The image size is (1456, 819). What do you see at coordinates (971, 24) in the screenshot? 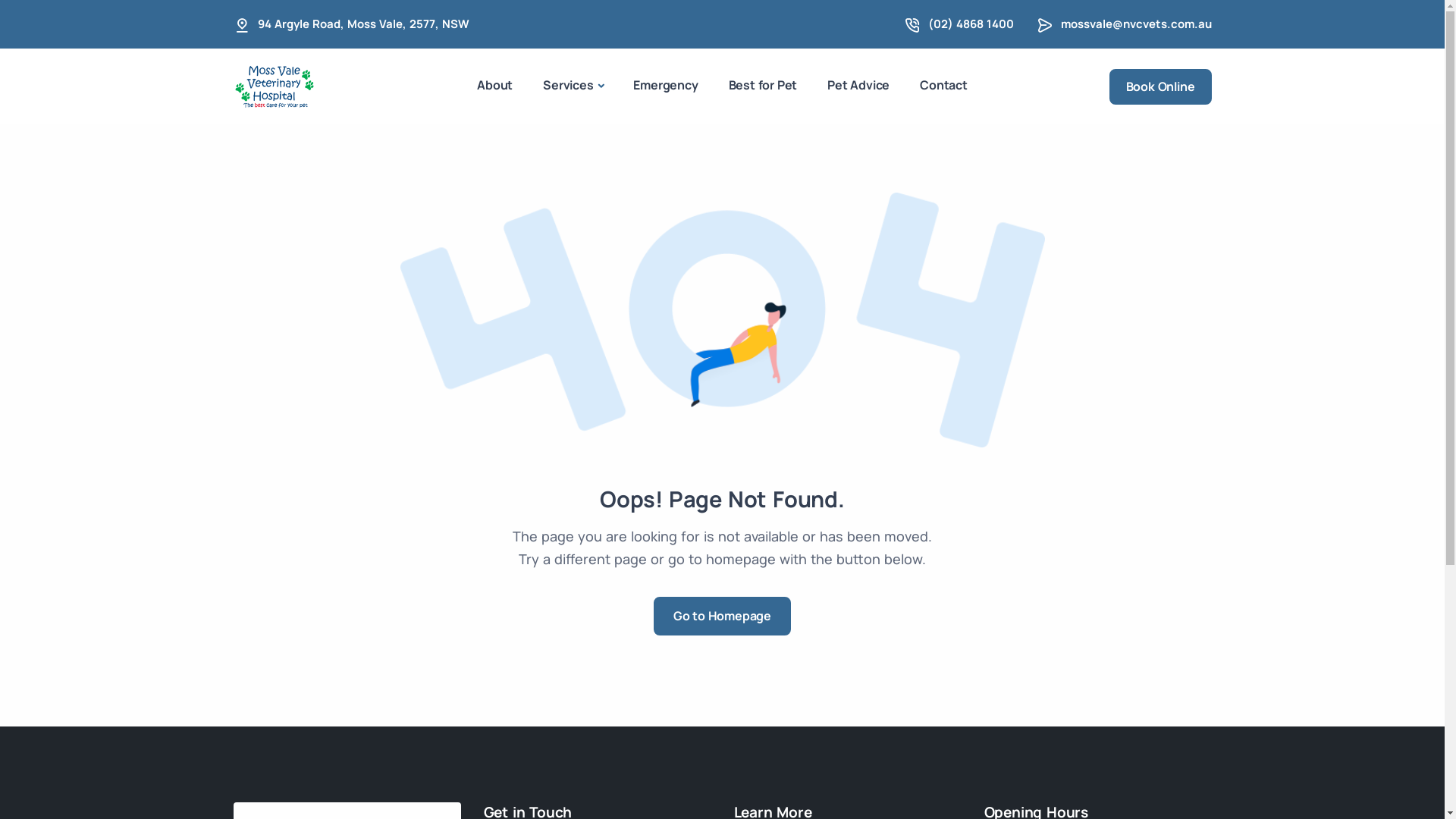
I see `'(02) 4868 1400'` at bounding box center [971, 24].